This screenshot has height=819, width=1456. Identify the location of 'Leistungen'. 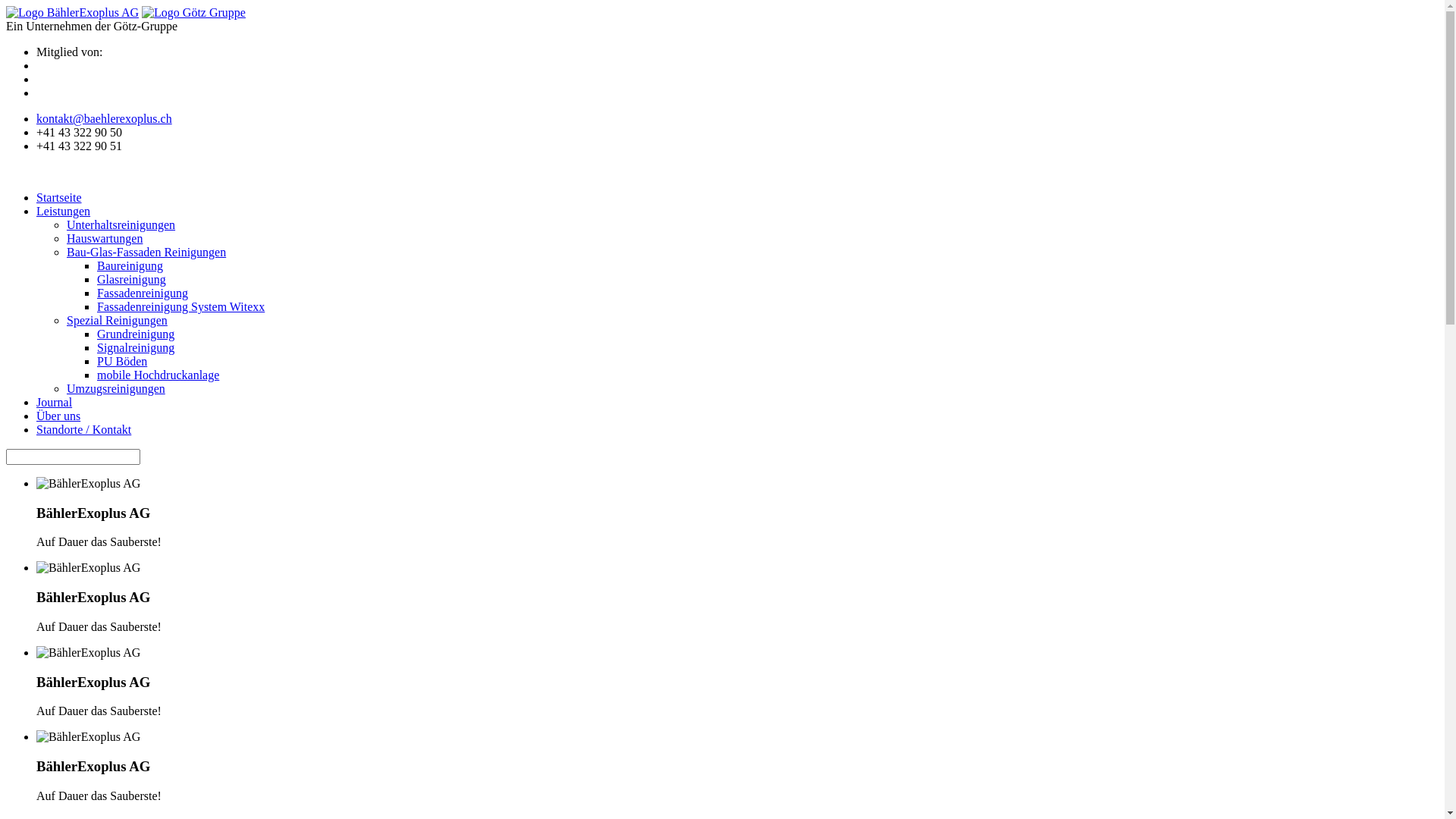
(36, 211).